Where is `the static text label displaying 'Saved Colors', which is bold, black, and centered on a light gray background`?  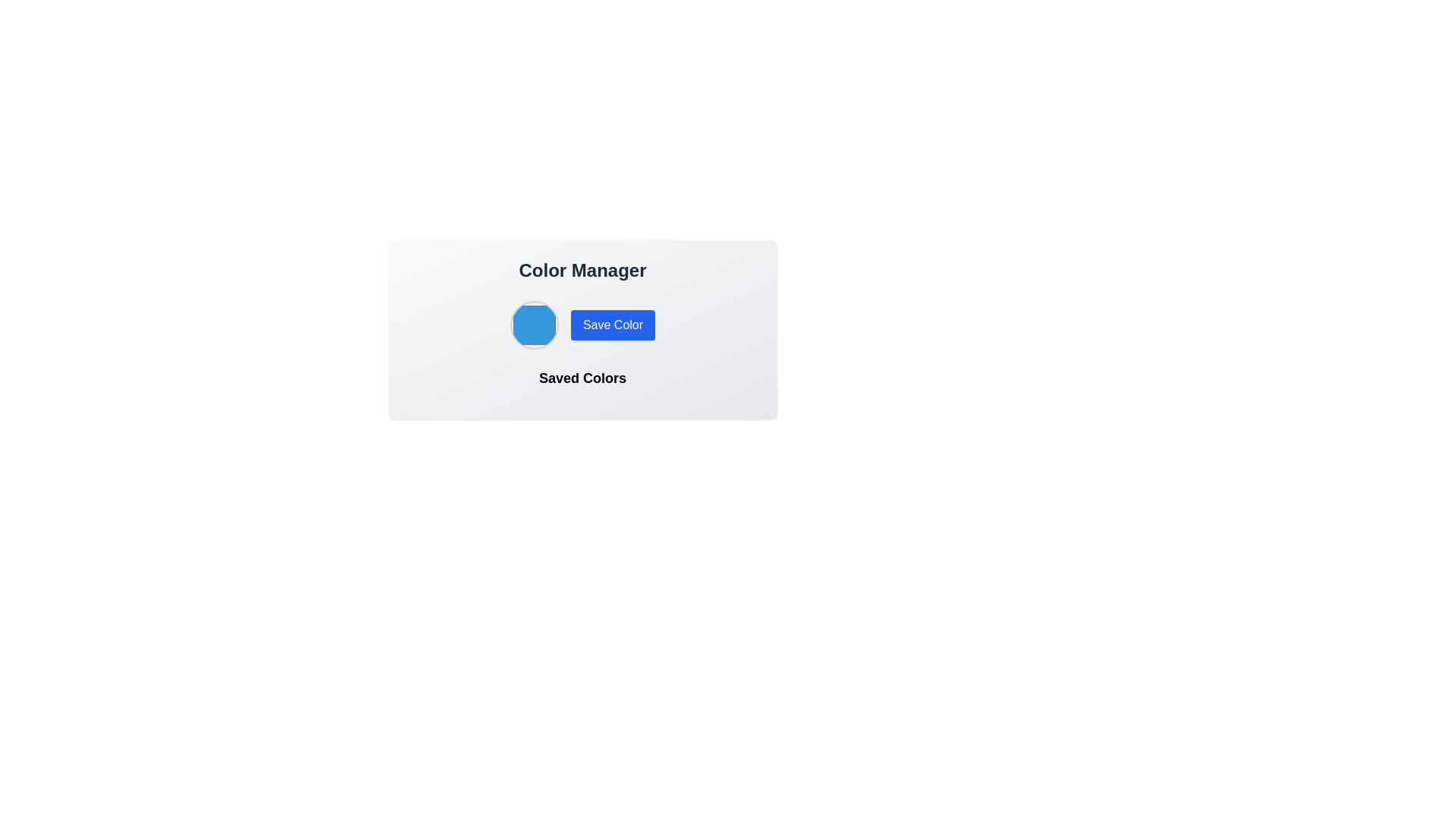 the static text label displaying 'Saved Colors', which is bold, black, and centered on a light gray background is located at coordinates (582, 377).